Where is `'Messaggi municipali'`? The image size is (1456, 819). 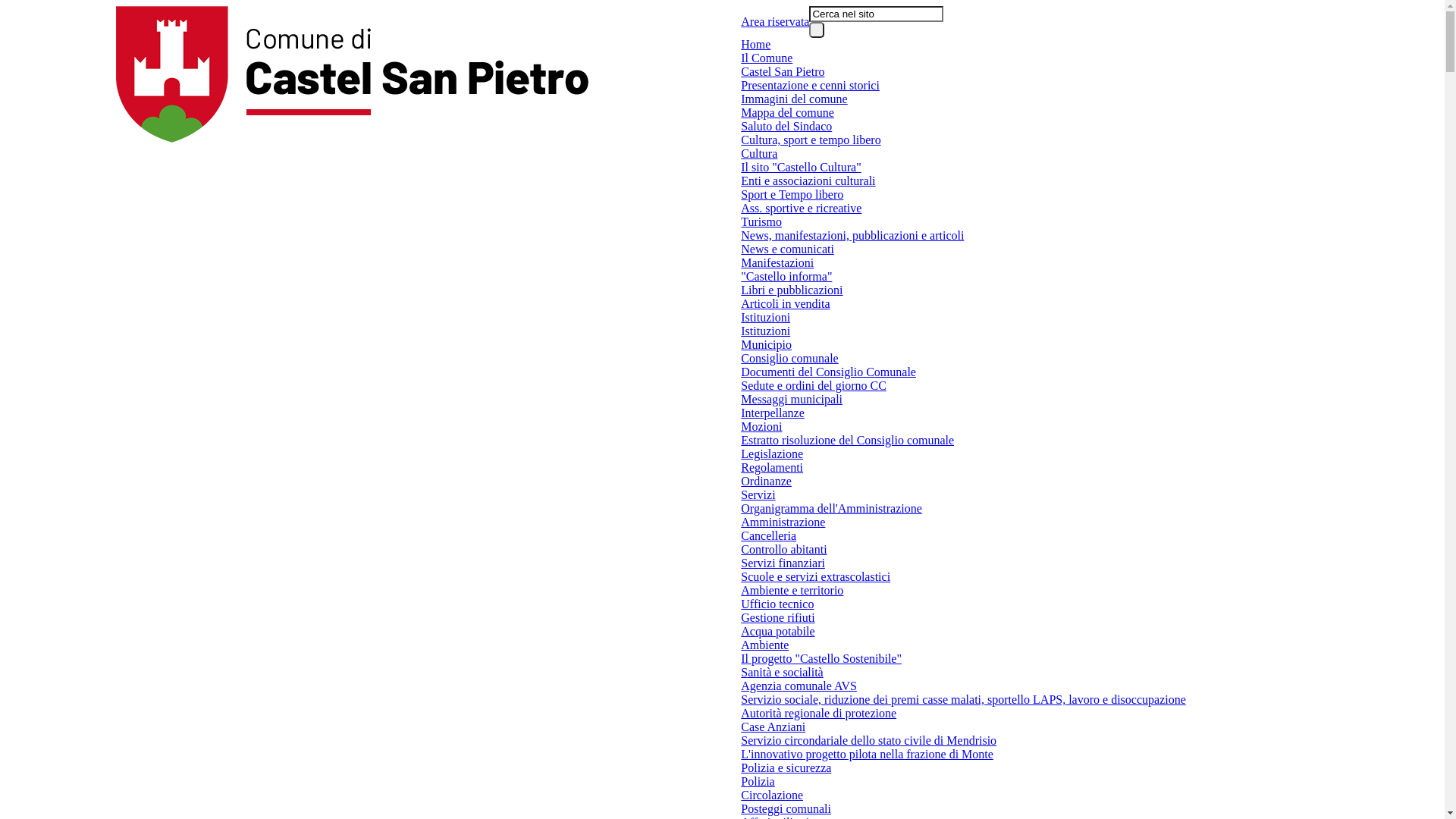
'Messaggi municipali' is located at coordinates (790, 399).